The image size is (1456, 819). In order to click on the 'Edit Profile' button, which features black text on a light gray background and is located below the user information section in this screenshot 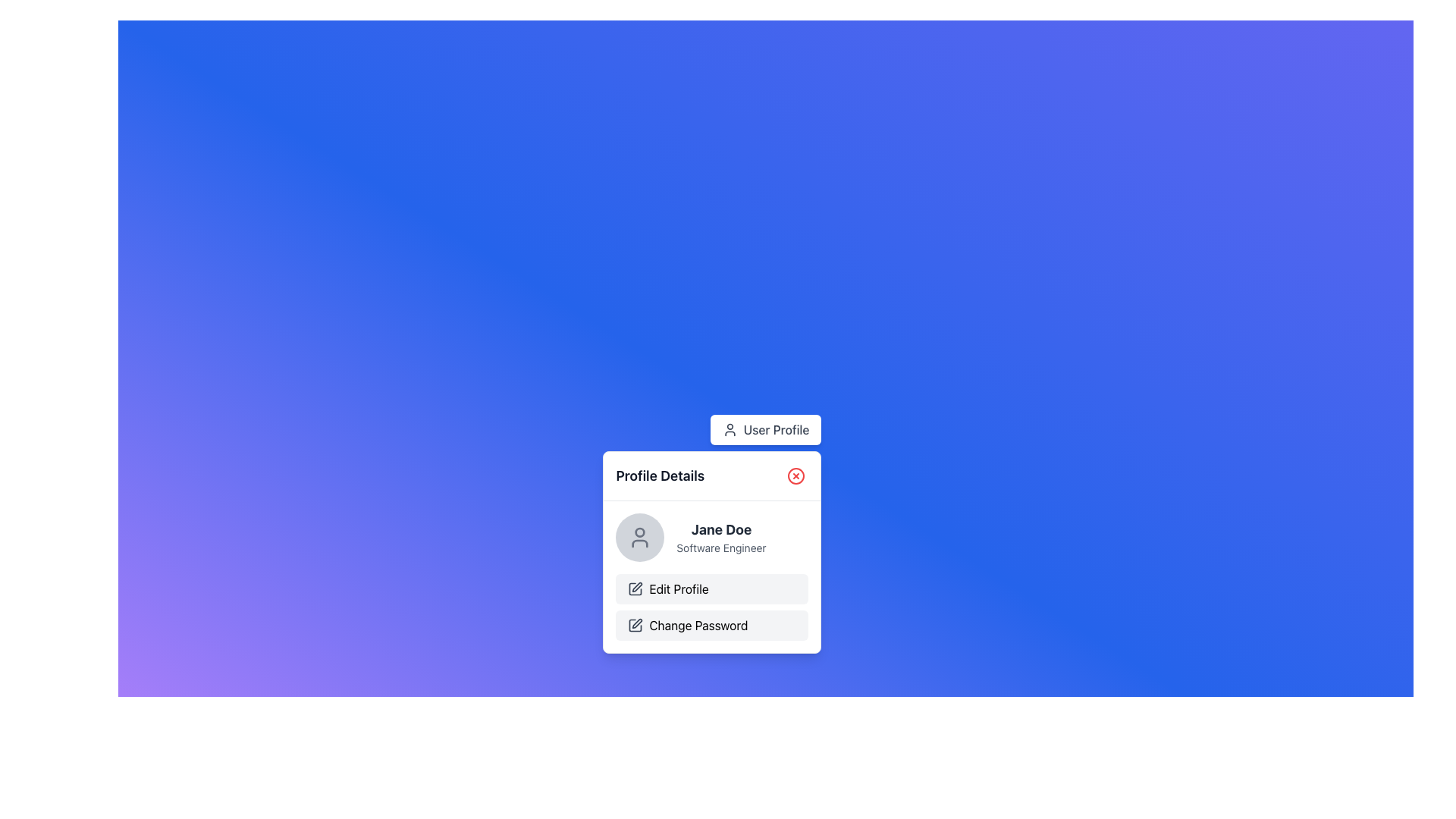, I will do `click(678, 588)`.